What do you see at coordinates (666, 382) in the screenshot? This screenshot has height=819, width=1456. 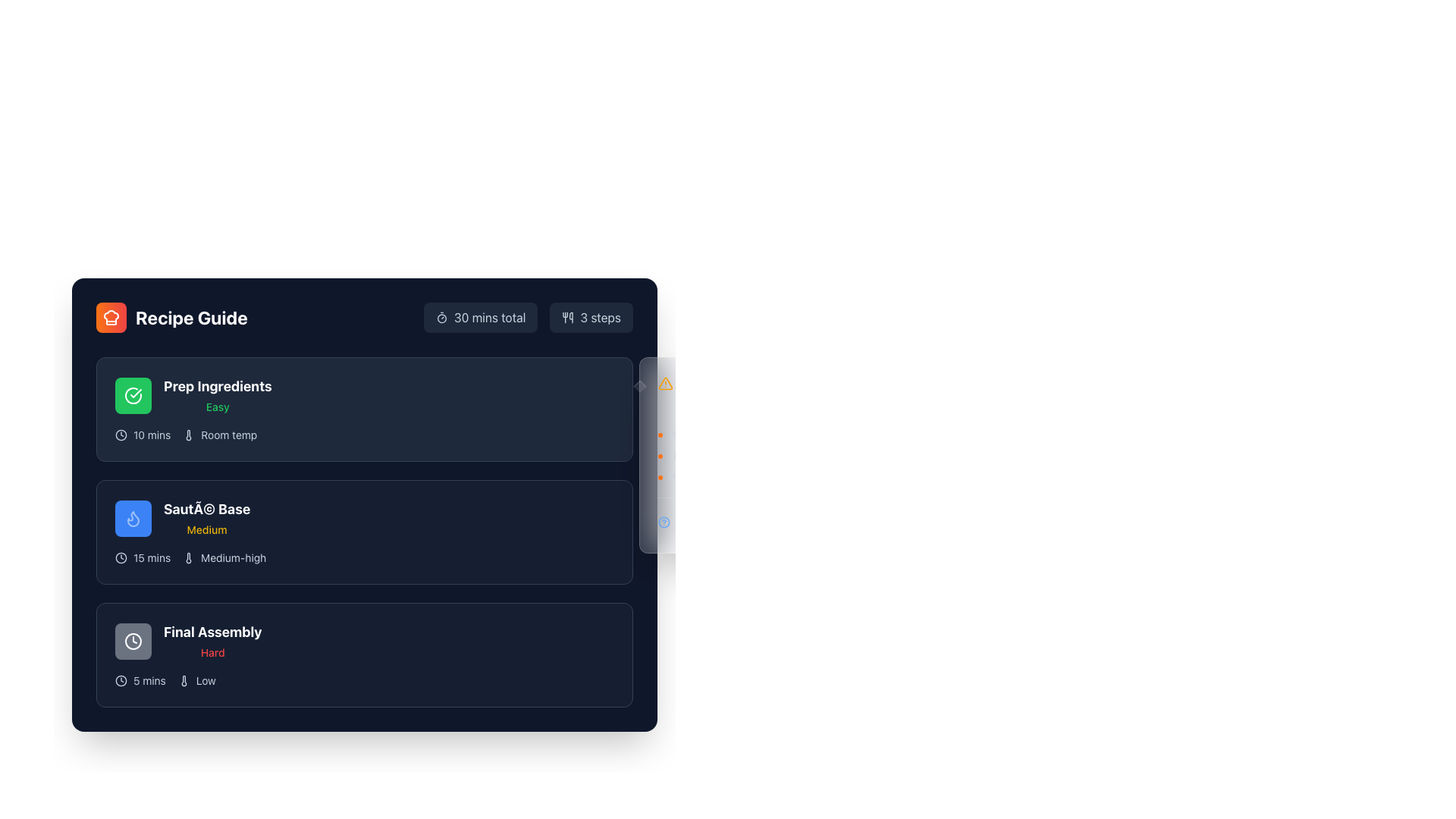 I see `the warning alert icon located on the right side of the main content area, near the vertical scroll region in the mid-upper section of the visible sidebar` at bounding box center [666, 382].